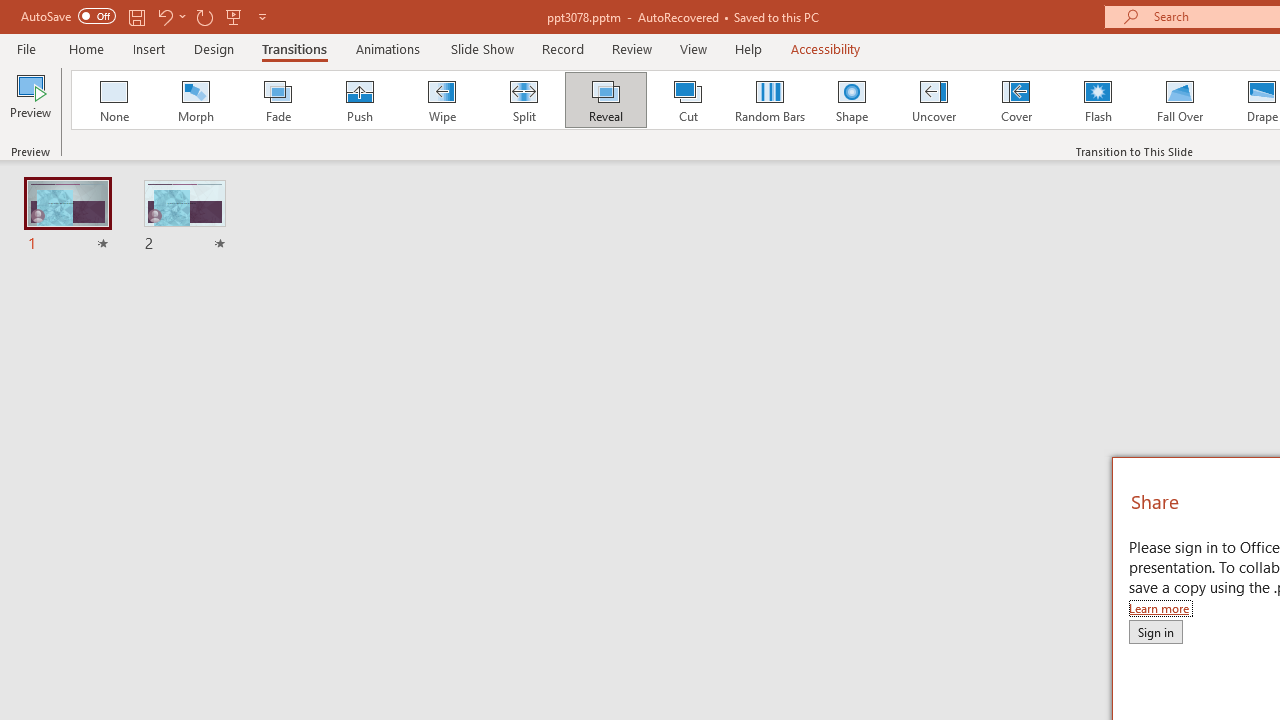 The image size is (1280, 720). I want to click on 'Fall Over', so click(1180, 100).